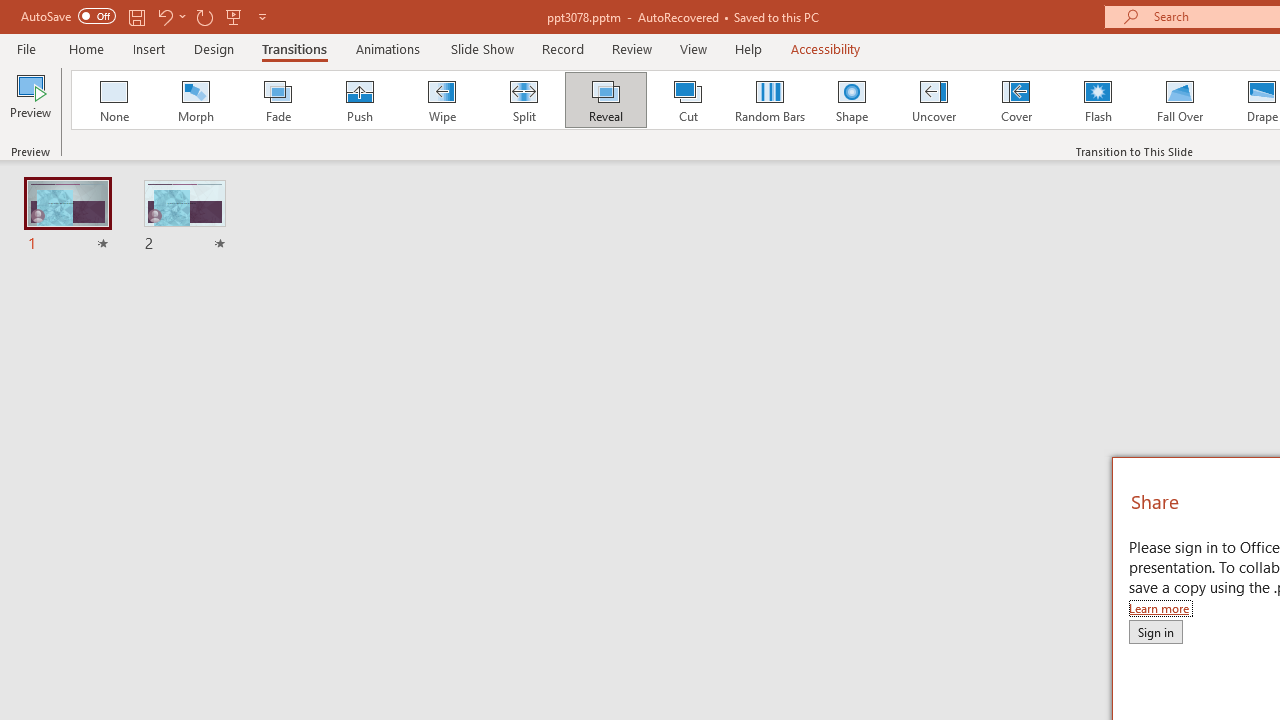 The image size is (1280, 720). I want to click on 'Fall Over', so click(1180, 100).